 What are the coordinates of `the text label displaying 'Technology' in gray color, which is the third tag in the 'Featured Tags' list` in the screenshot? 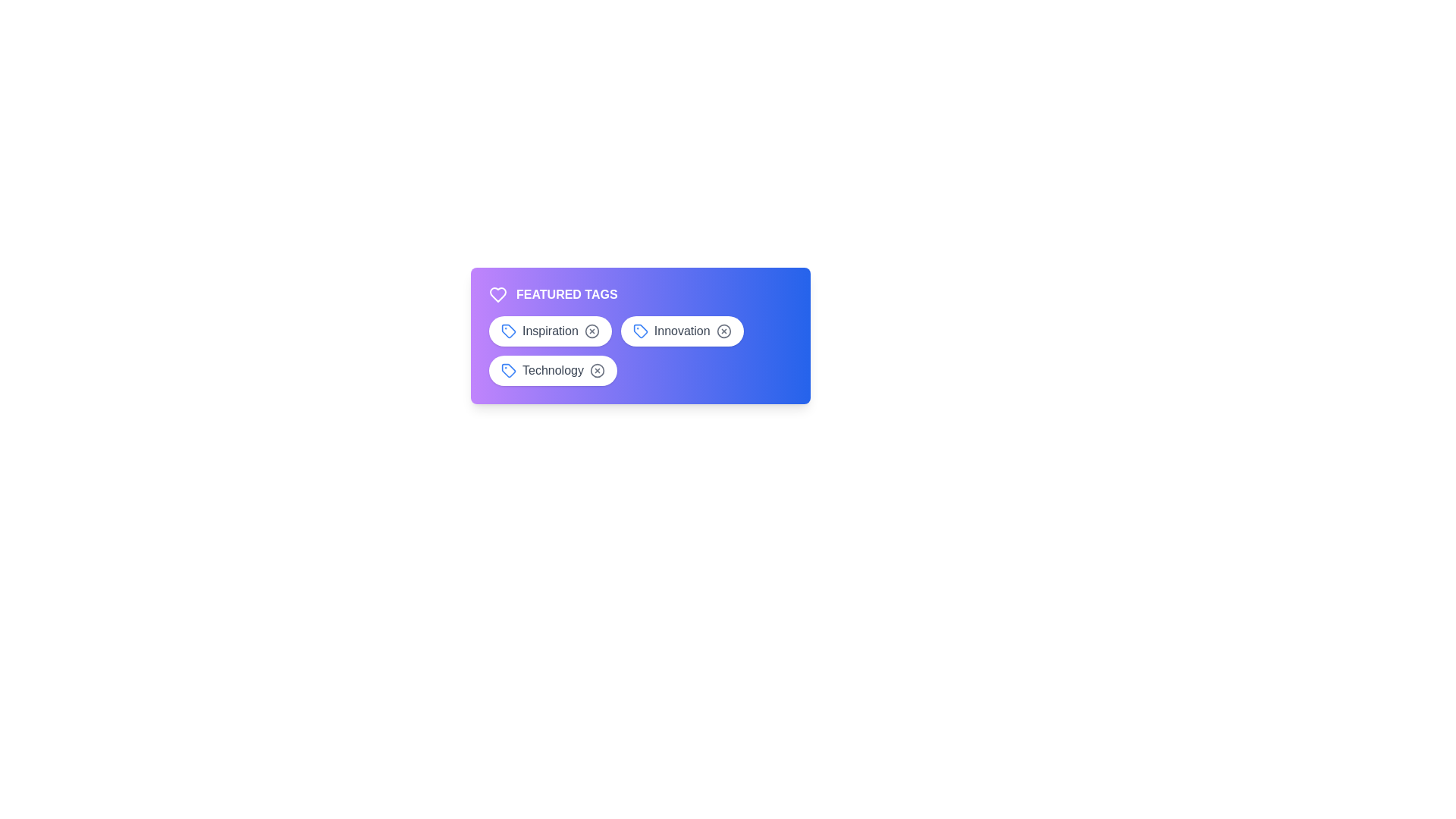 It's located at (552, 371).